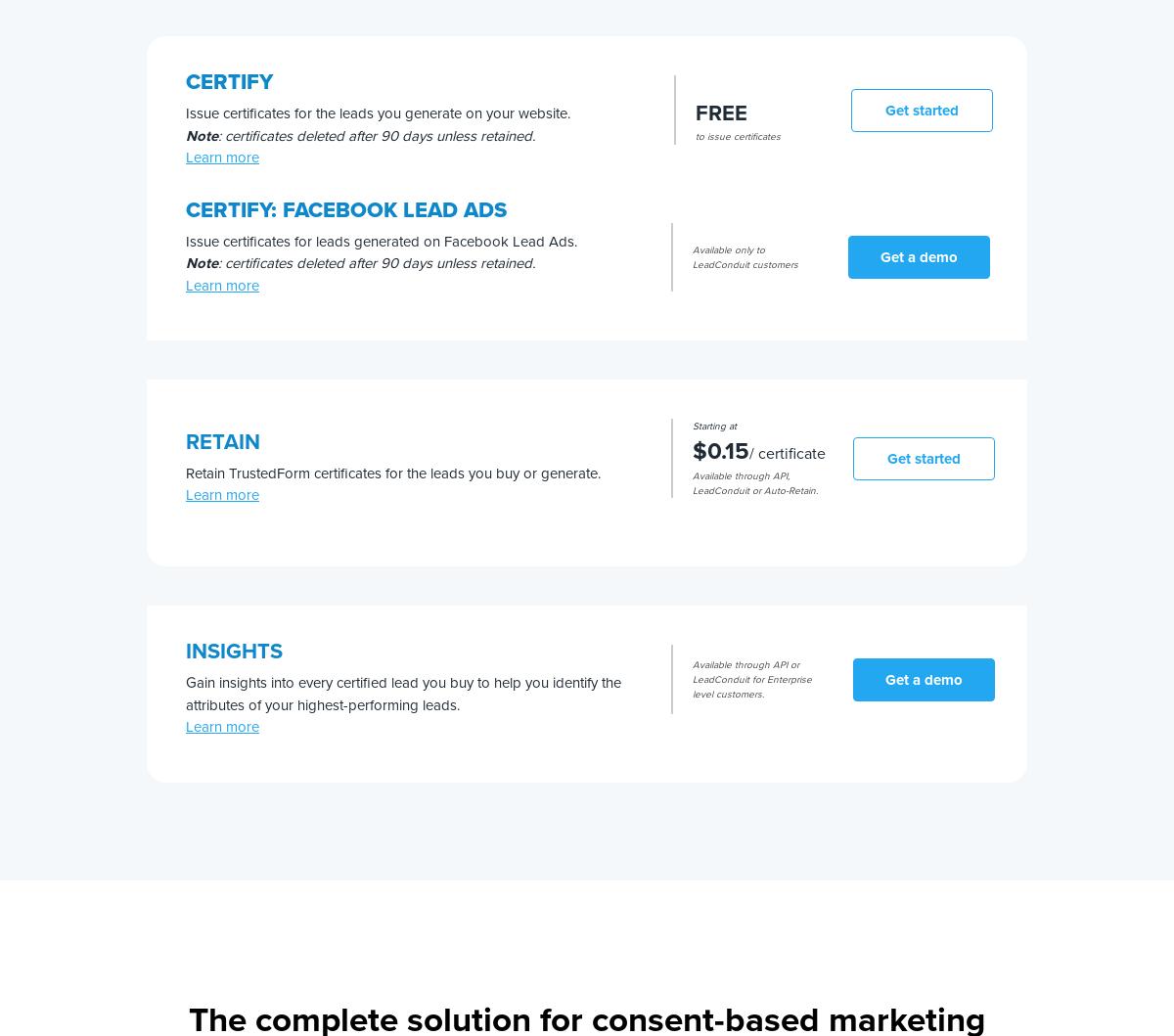 Image resolution: width=1174 pixels, height=1036 pixels. I want to click on 'Issue certificates for the leads you generate on your website.', so click(378, 112).